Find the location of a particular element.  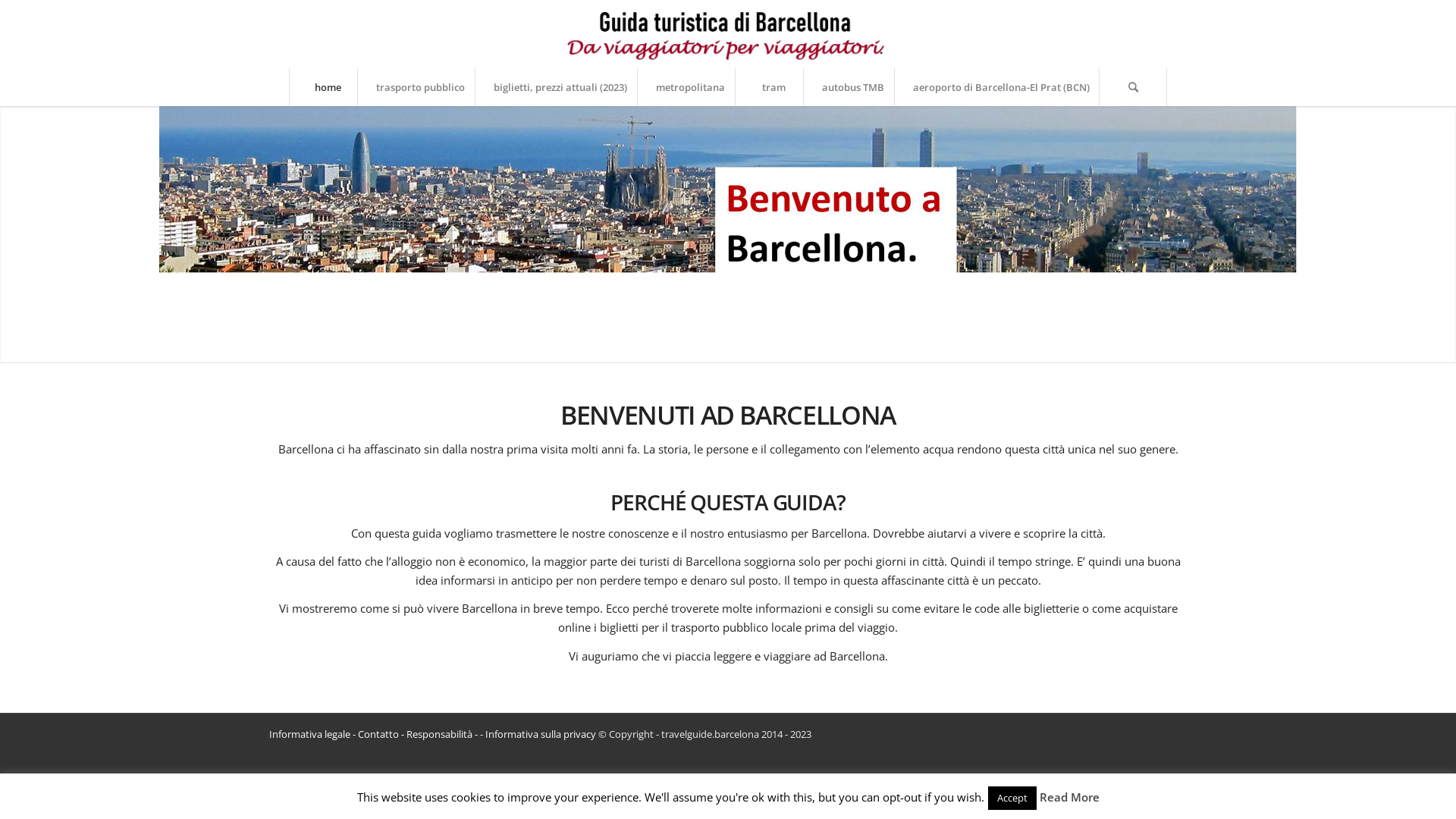

'trasporto_pubblico_locale_Barcellona' is located at coordinates (728, 189).